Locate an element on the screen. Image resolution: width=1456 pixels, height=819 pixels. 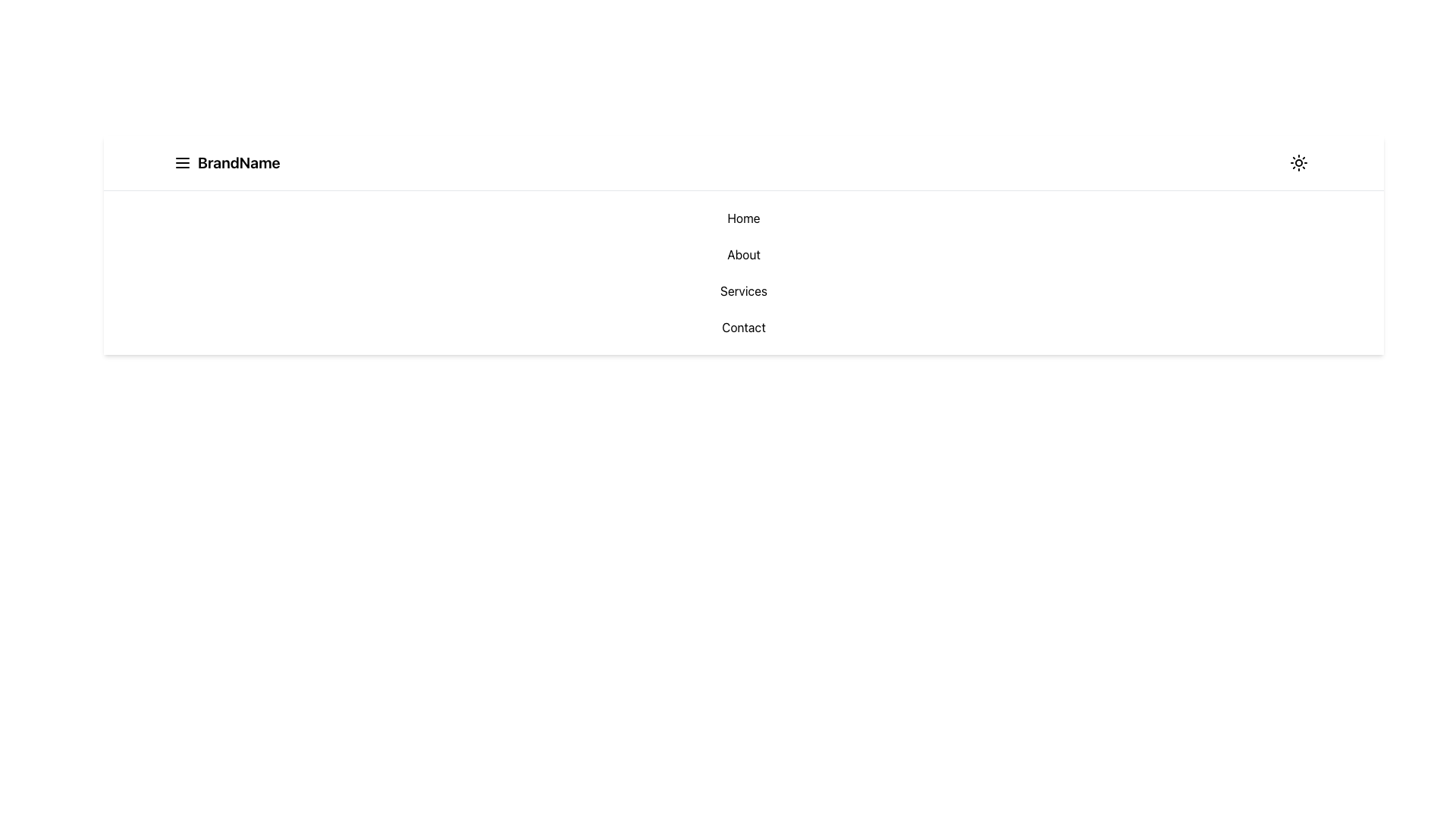
the 'About' button is located at coordinates (743, 253).